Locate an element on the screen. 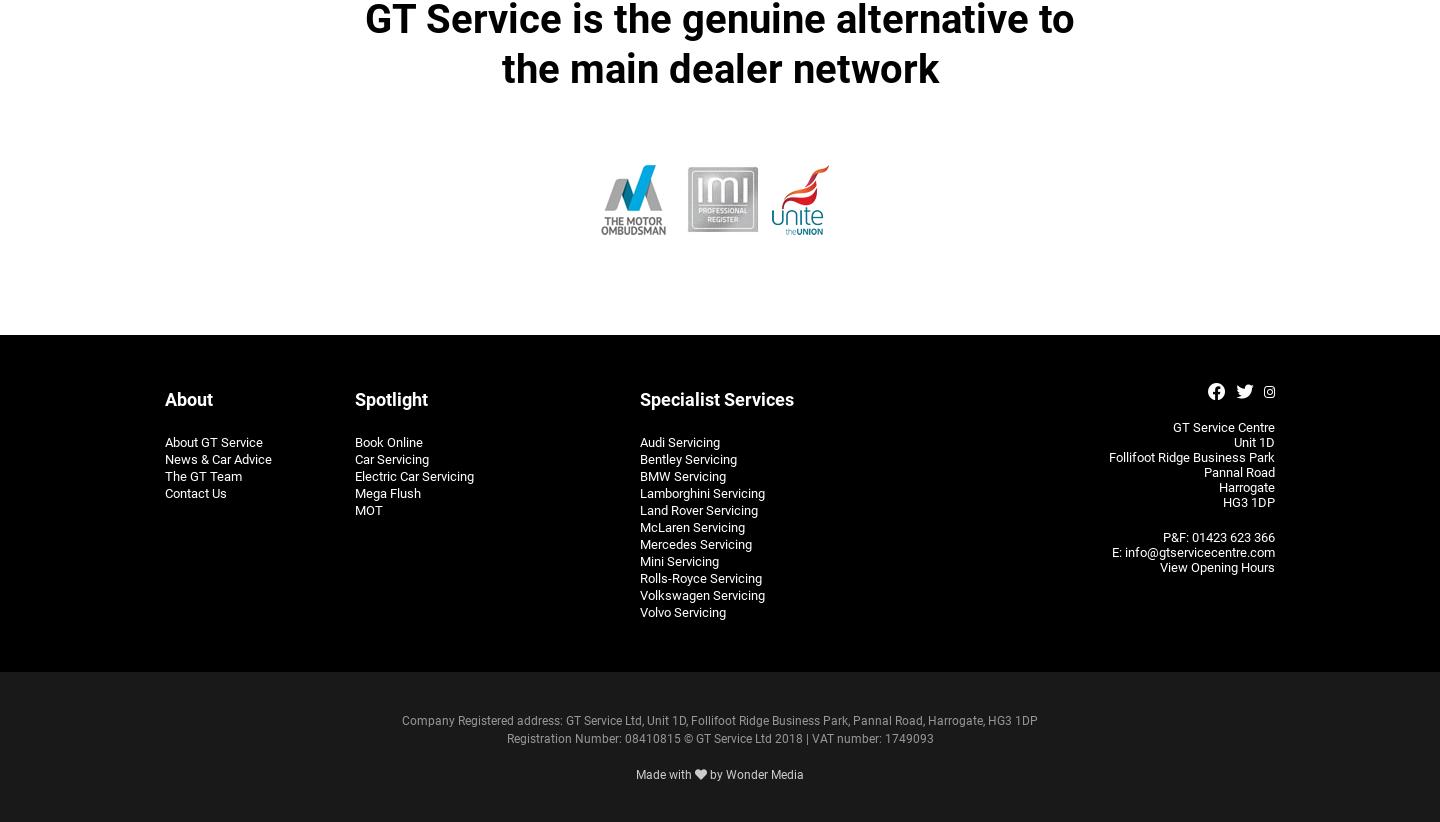  'The GT Team' is located at coordinates (203, 475).